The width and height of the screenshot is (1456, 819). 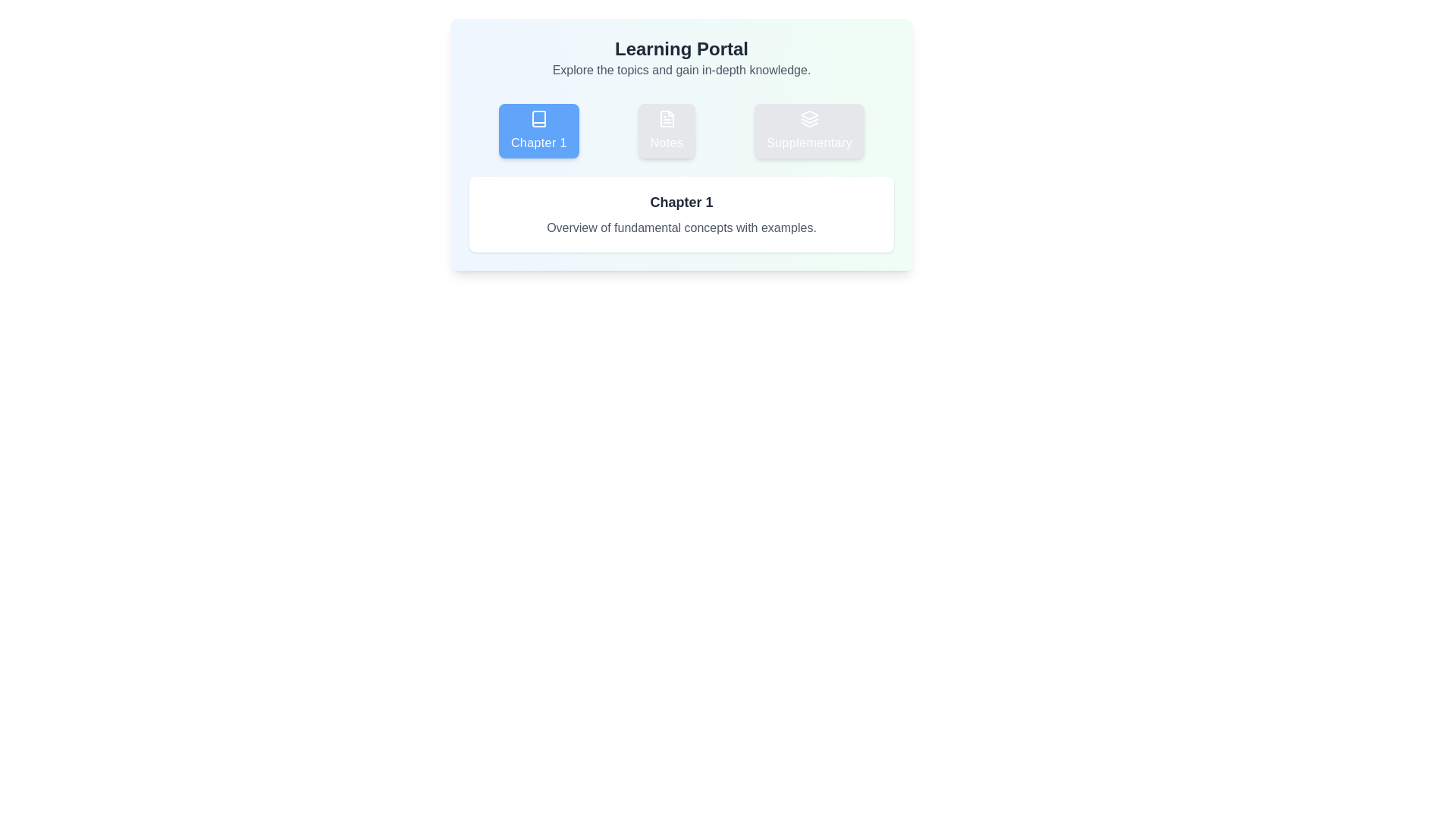 I want to click on the blue rounded rectangular button displaying 'Chapter 1', so click(x=538, y=143).